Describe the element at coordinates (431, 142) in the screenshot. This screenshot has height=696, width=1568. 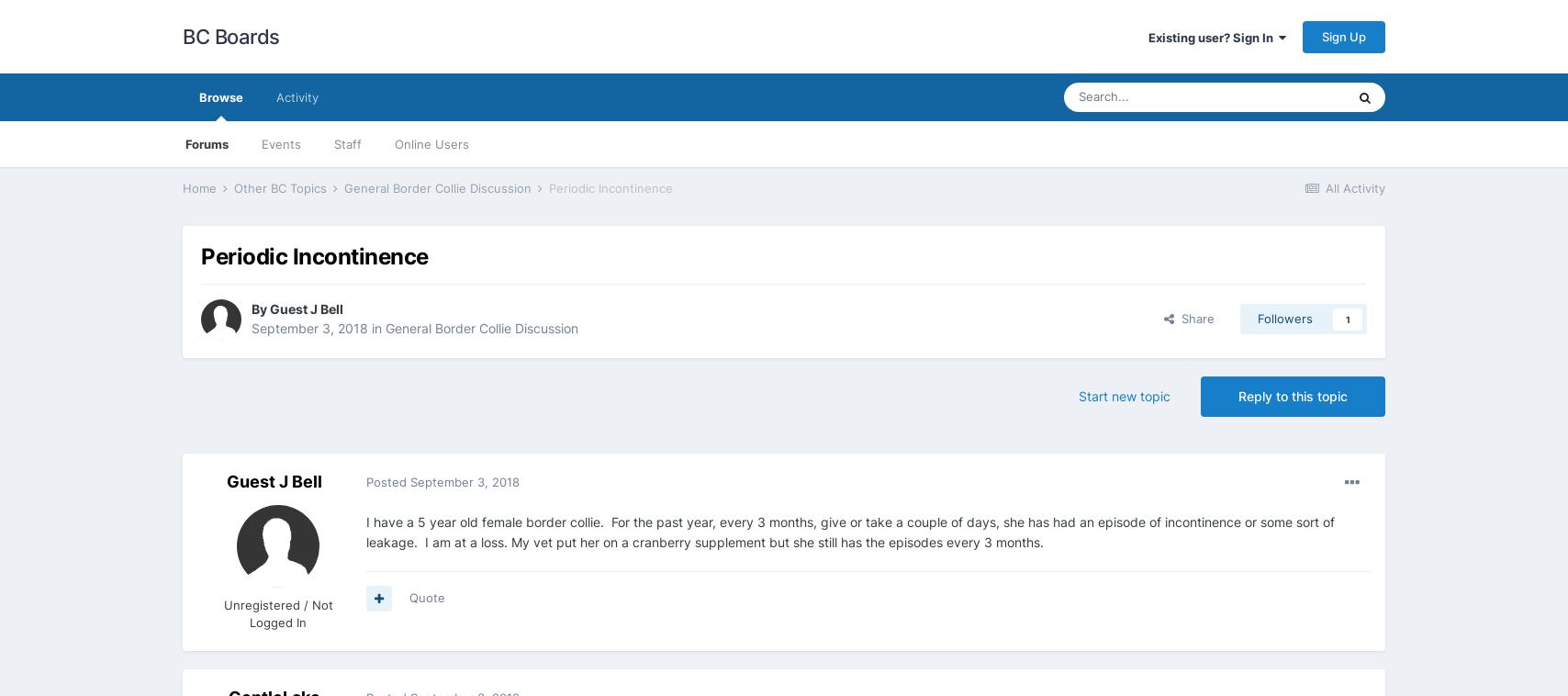
I see `'Online Users'` at that location.